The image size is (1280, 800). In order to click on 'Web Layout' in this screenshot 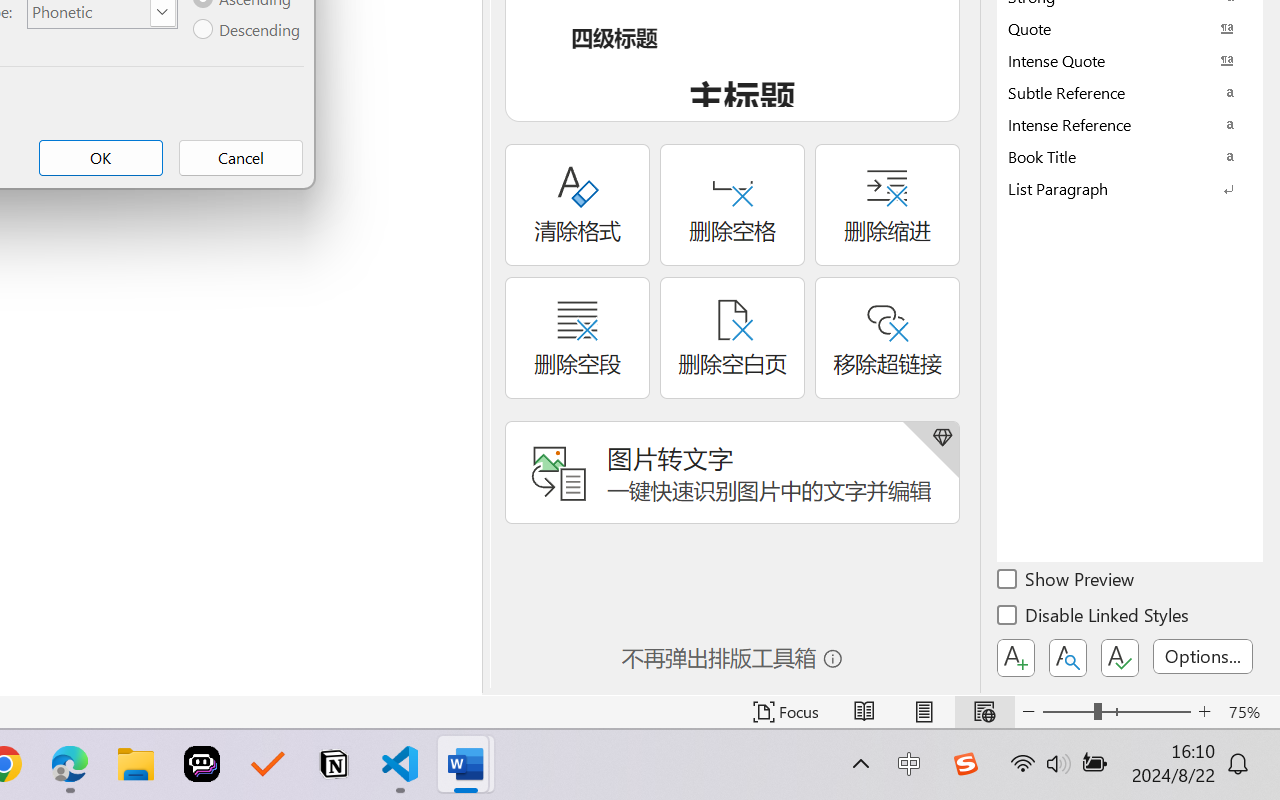, I will do `click(984, 711)`.